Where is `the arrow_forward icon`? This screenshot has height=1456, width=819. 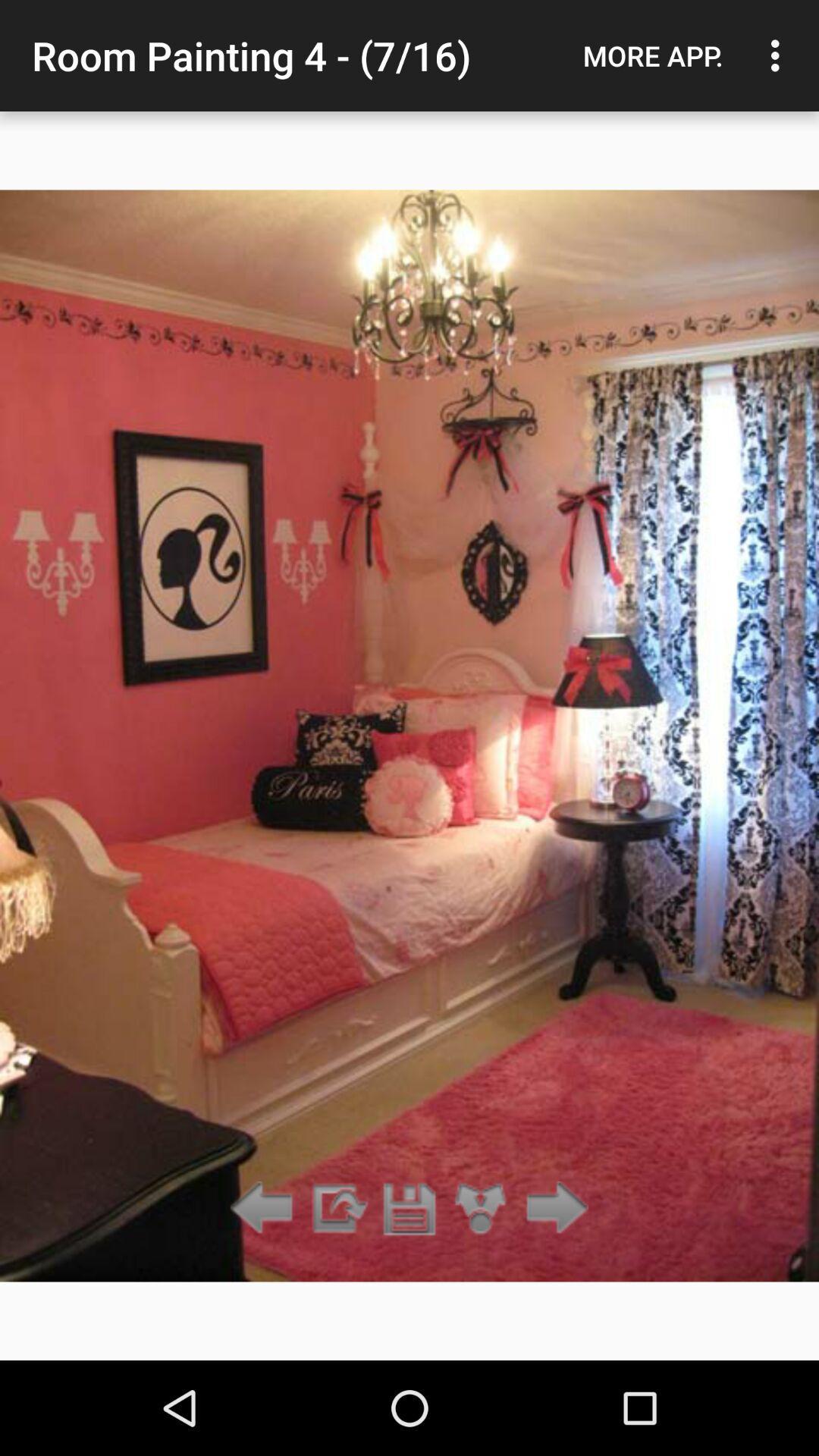 the arrow_forward icon is located at coordinates (553, 1208).